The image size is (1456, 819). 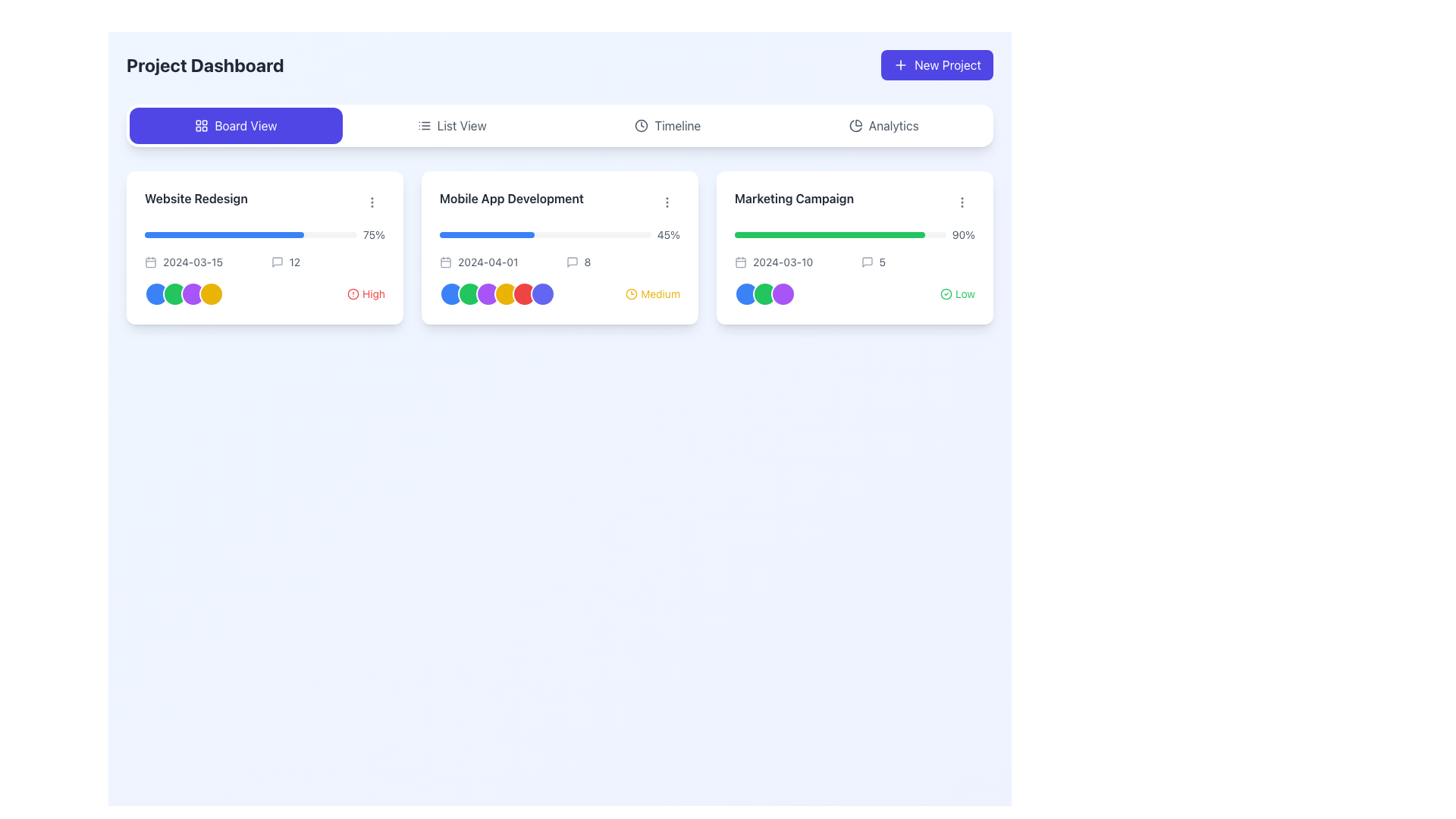 I want to click on the group of decorative circular indicators representing team members for the 'Mobile App Development' project, located centrally within the corresponding card on the dashboard interface, so click(x=497, y=294).